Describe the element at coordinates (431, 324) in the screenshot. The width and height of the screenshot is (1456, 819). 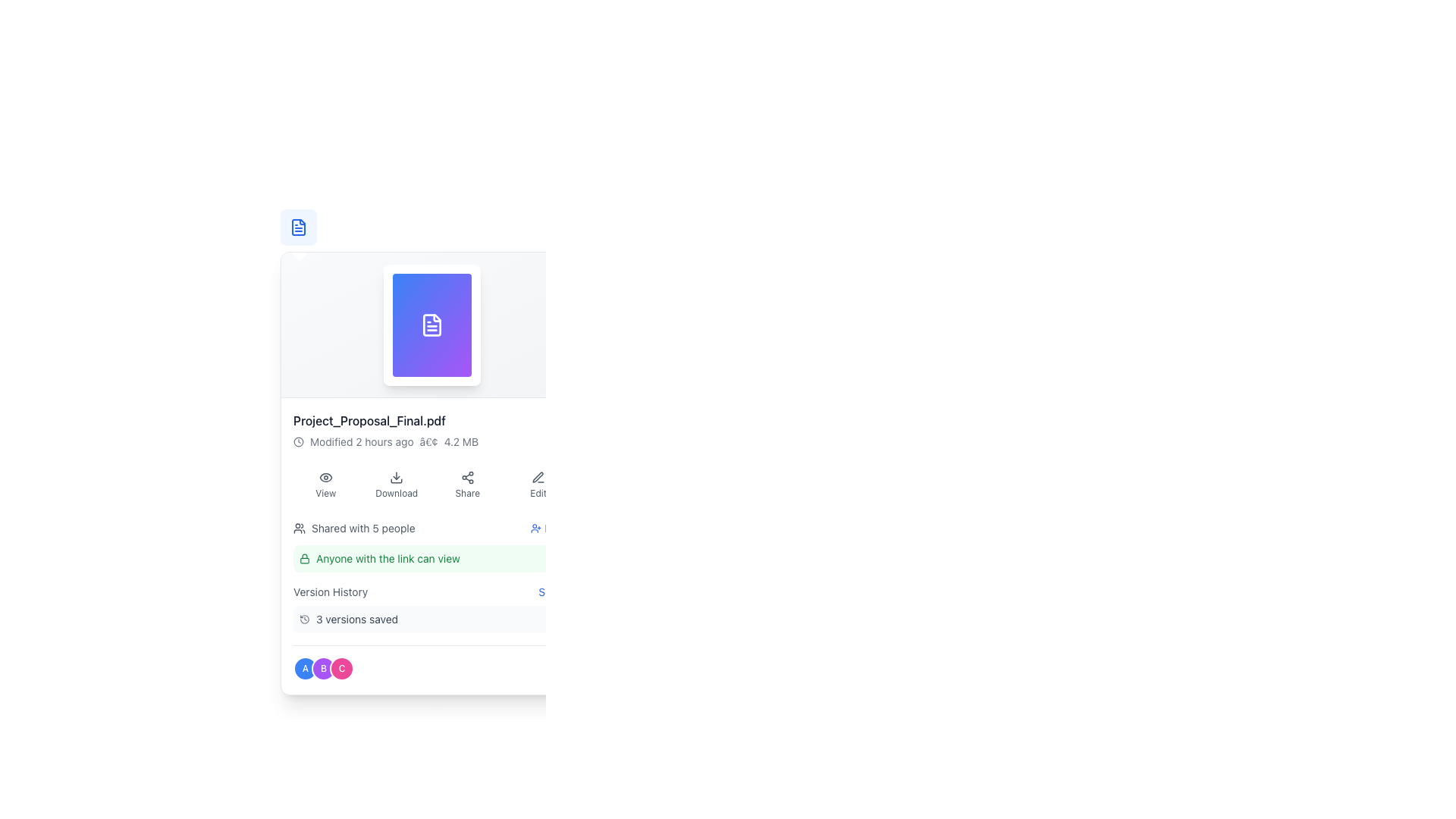
I see `the icon representing a file` at that location.